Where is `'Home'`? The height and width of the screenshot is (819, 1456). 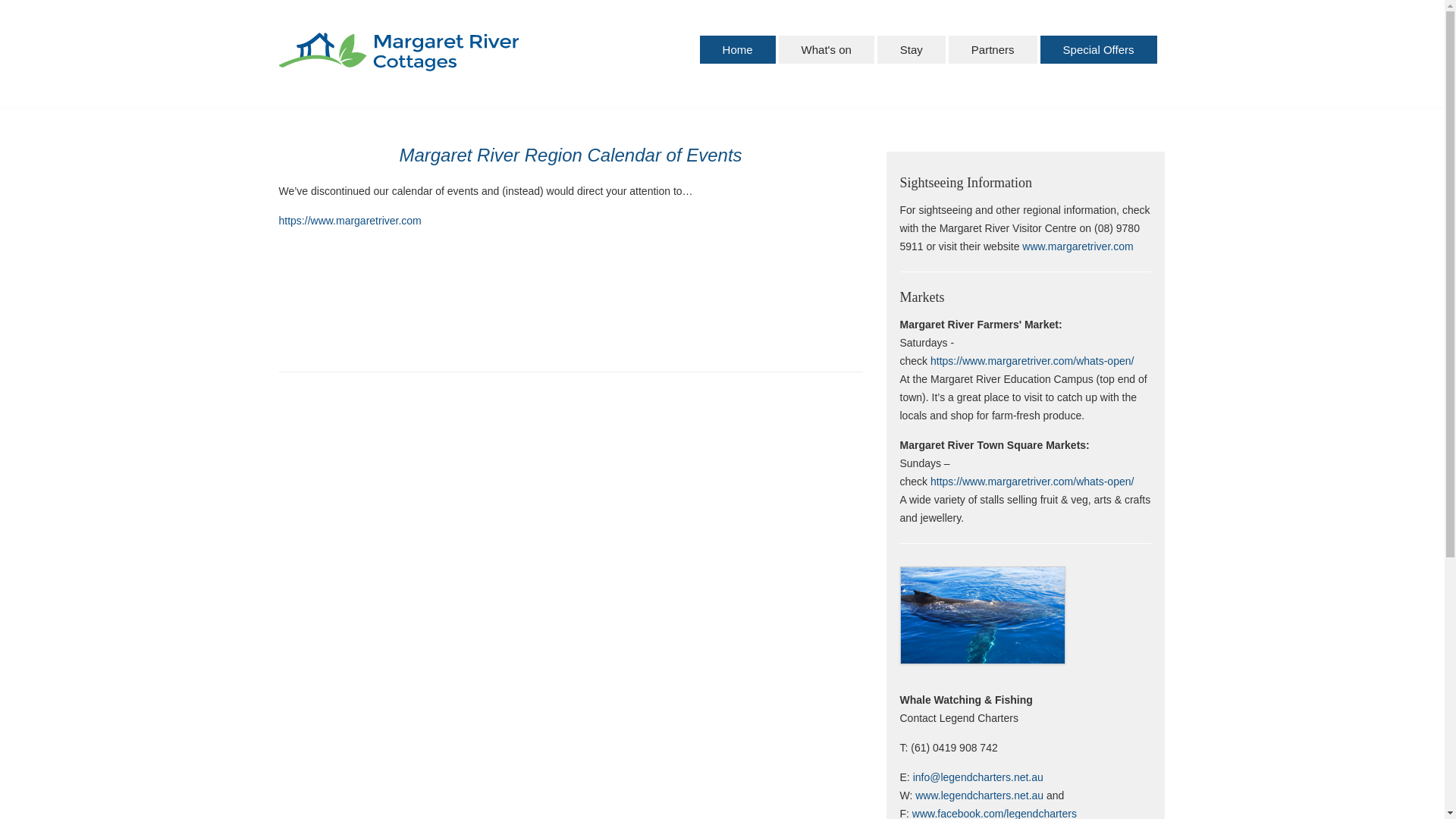
'Home' is located at coordinates (738, 49).